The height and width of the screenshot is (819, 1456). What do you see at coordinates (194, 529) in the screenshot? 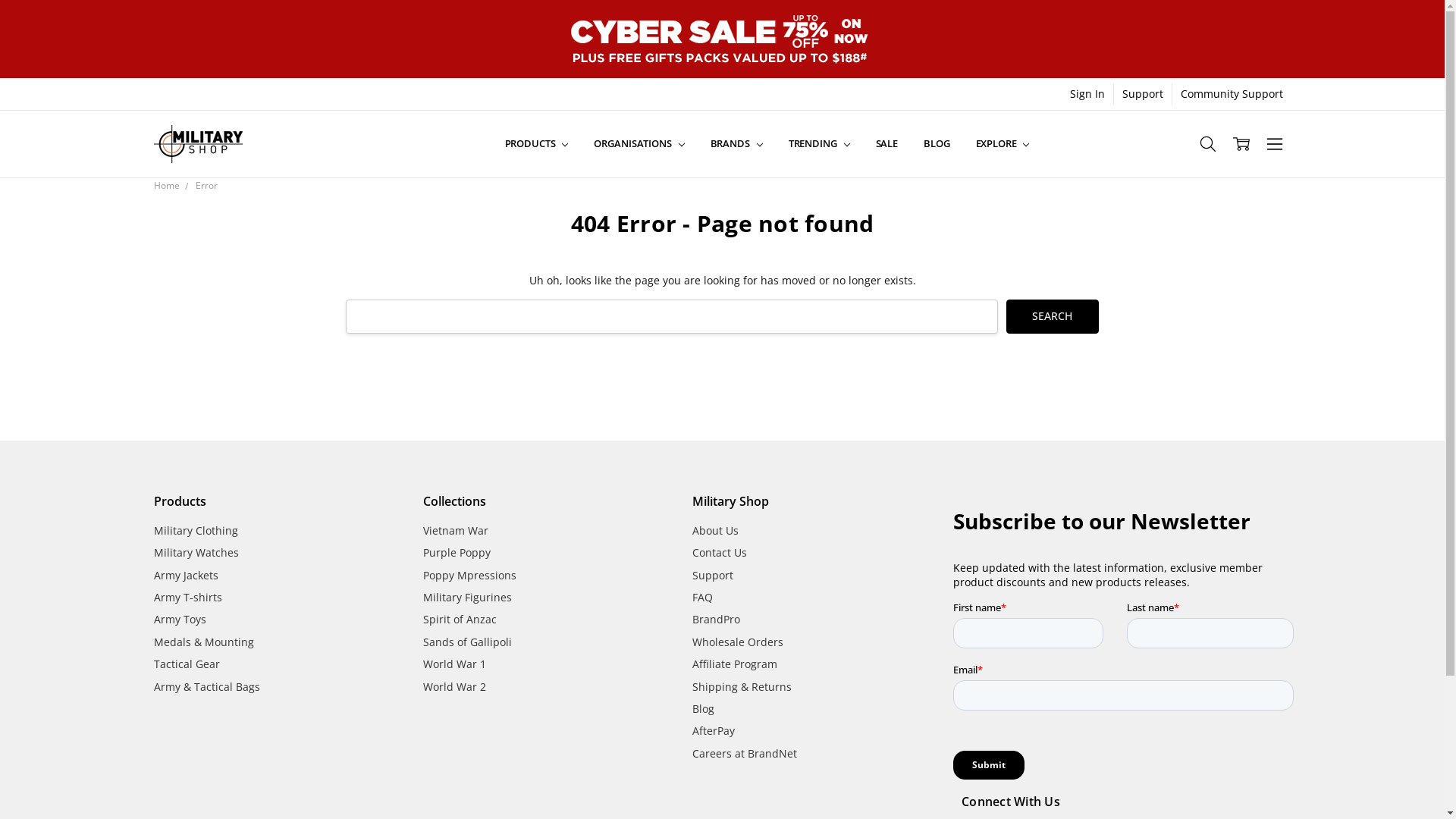
I see `'Military Clothing'` at bounding box center [194, 529].